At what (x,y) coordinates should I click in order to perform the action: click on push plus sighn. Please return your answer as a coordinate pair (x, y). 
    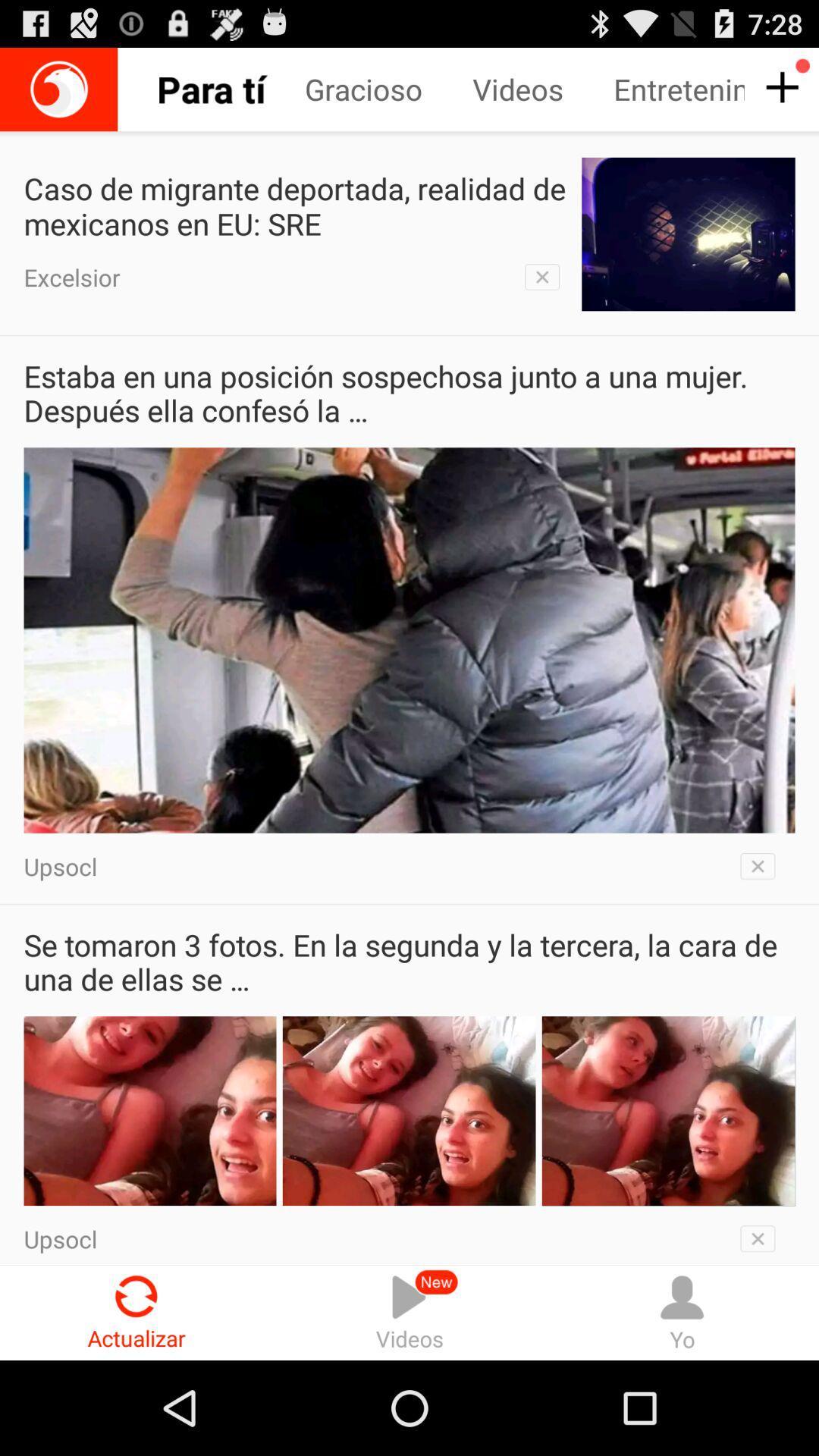
    Looking at the image, I should click on (780, 87).